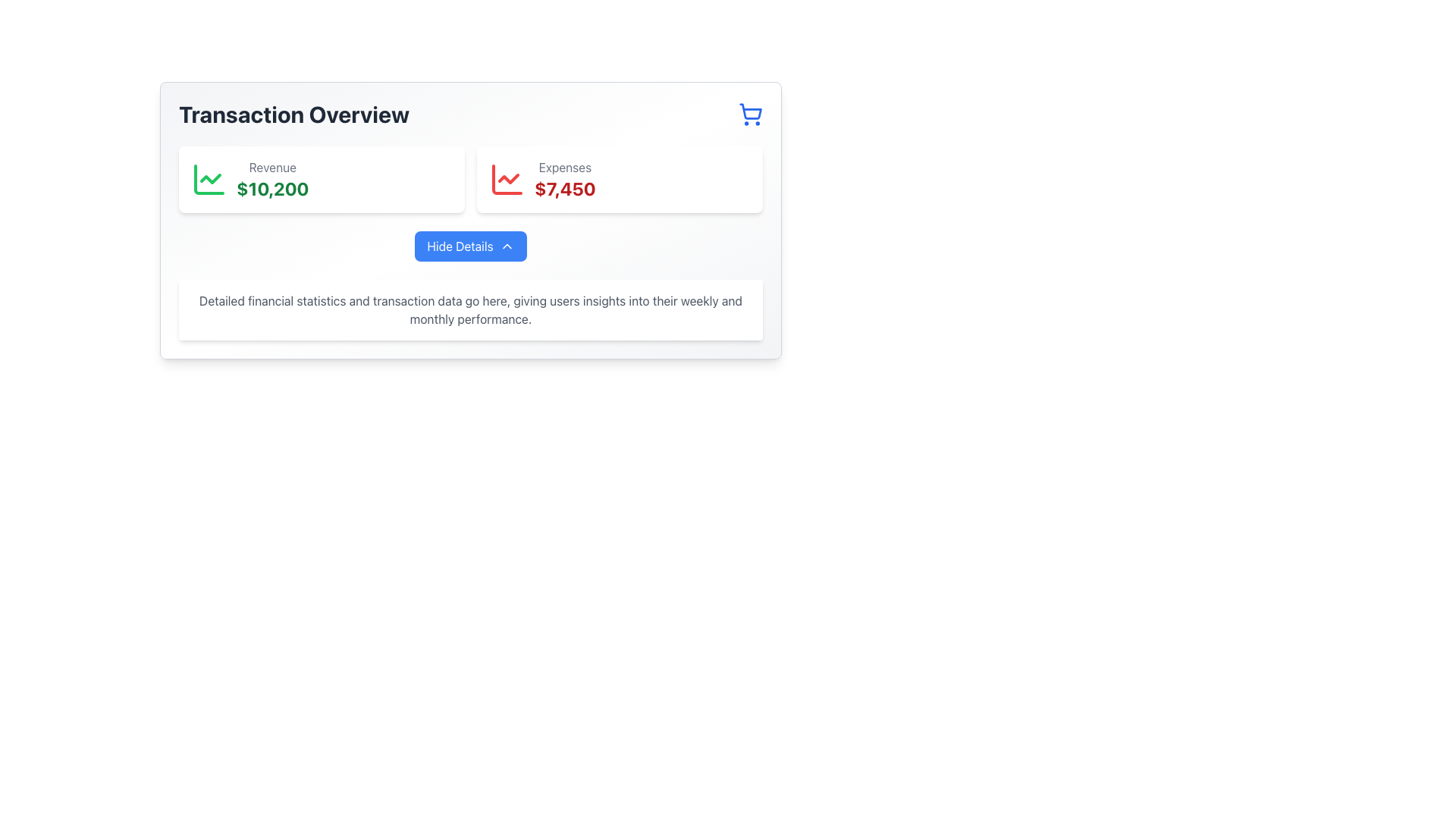 The width and height of the screenshot is (1456, 819). I want to click on the Informational Text Box, which is a rectangular component with a white background and gray text, located beneath the 'Hide Details' button, so click(469, 309).